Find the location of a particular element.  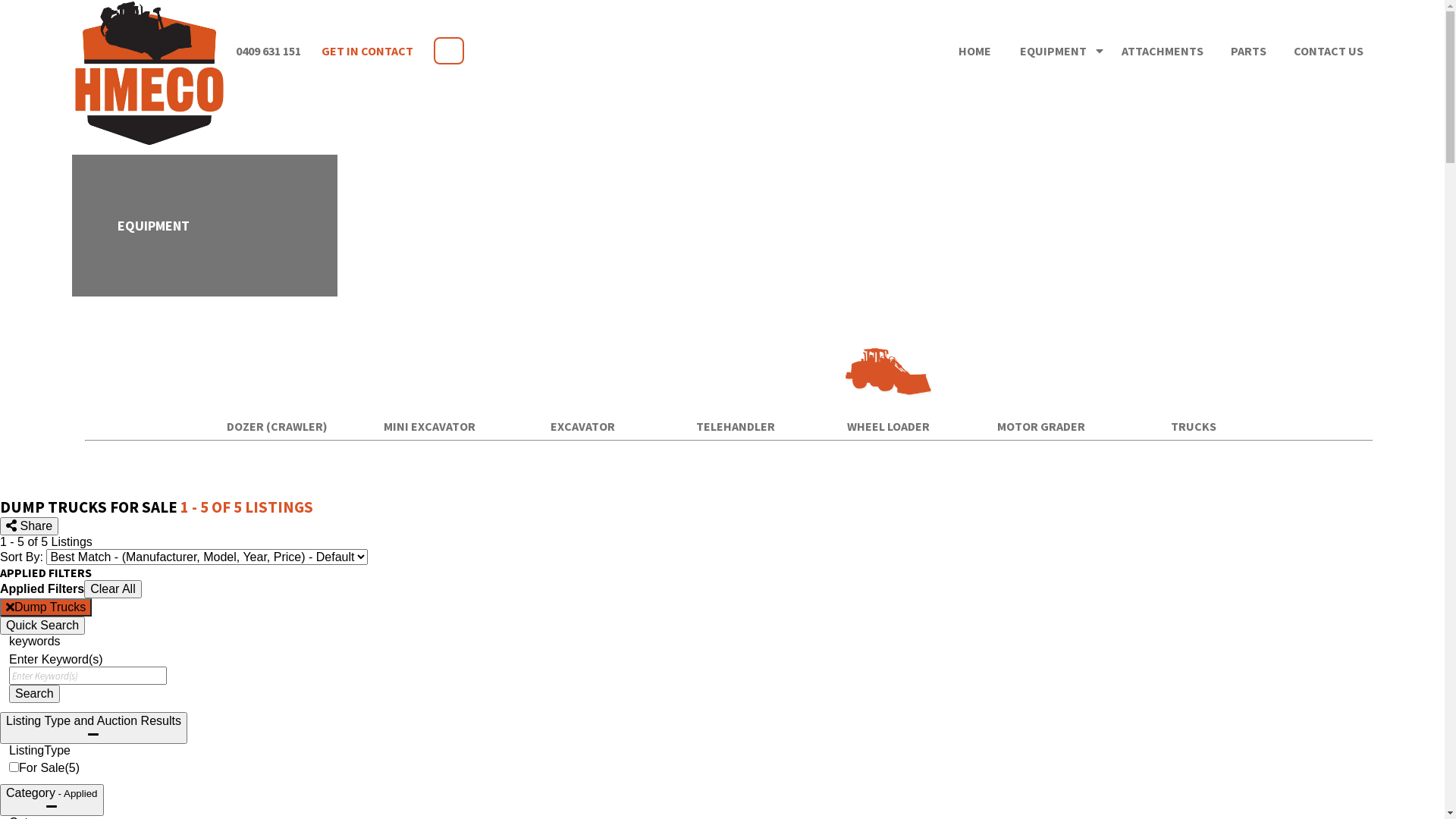

'EXCAVATOR' is located at coordinates (582, 426).